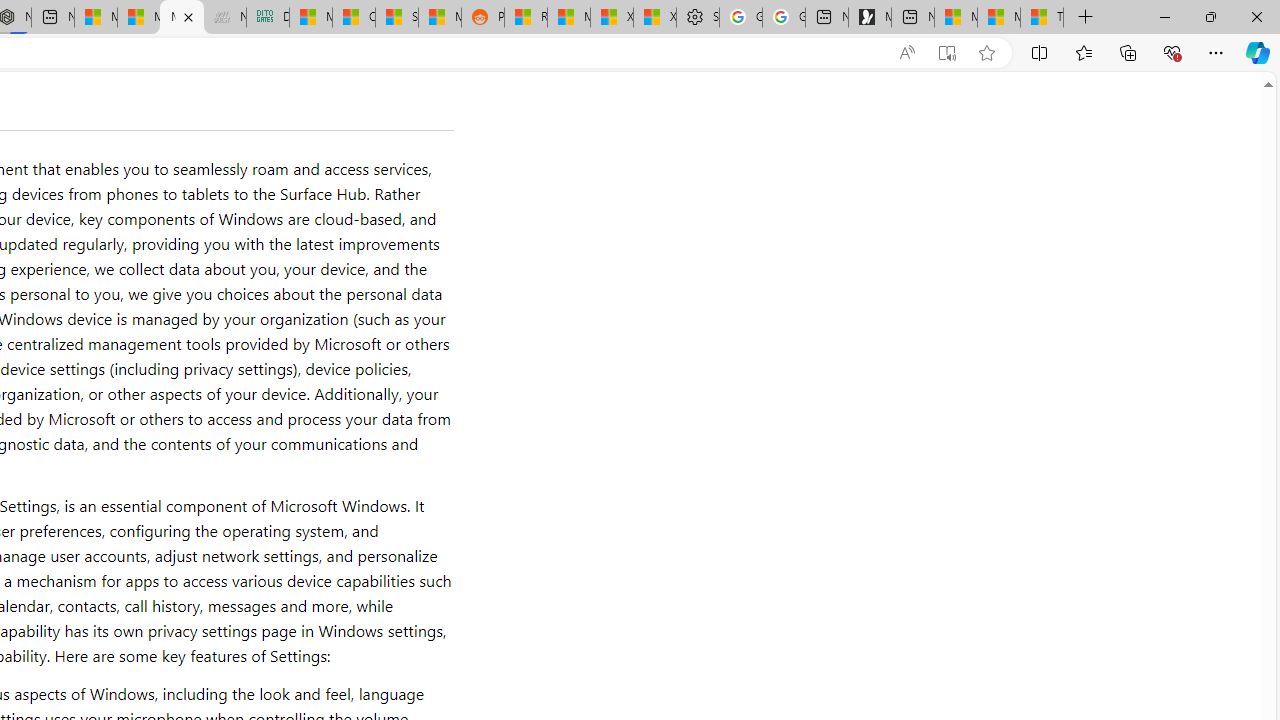  Describe the element at coordinates (869, 17) in the screenshot. I see `'Microsoft Start Gaming'` at that location.